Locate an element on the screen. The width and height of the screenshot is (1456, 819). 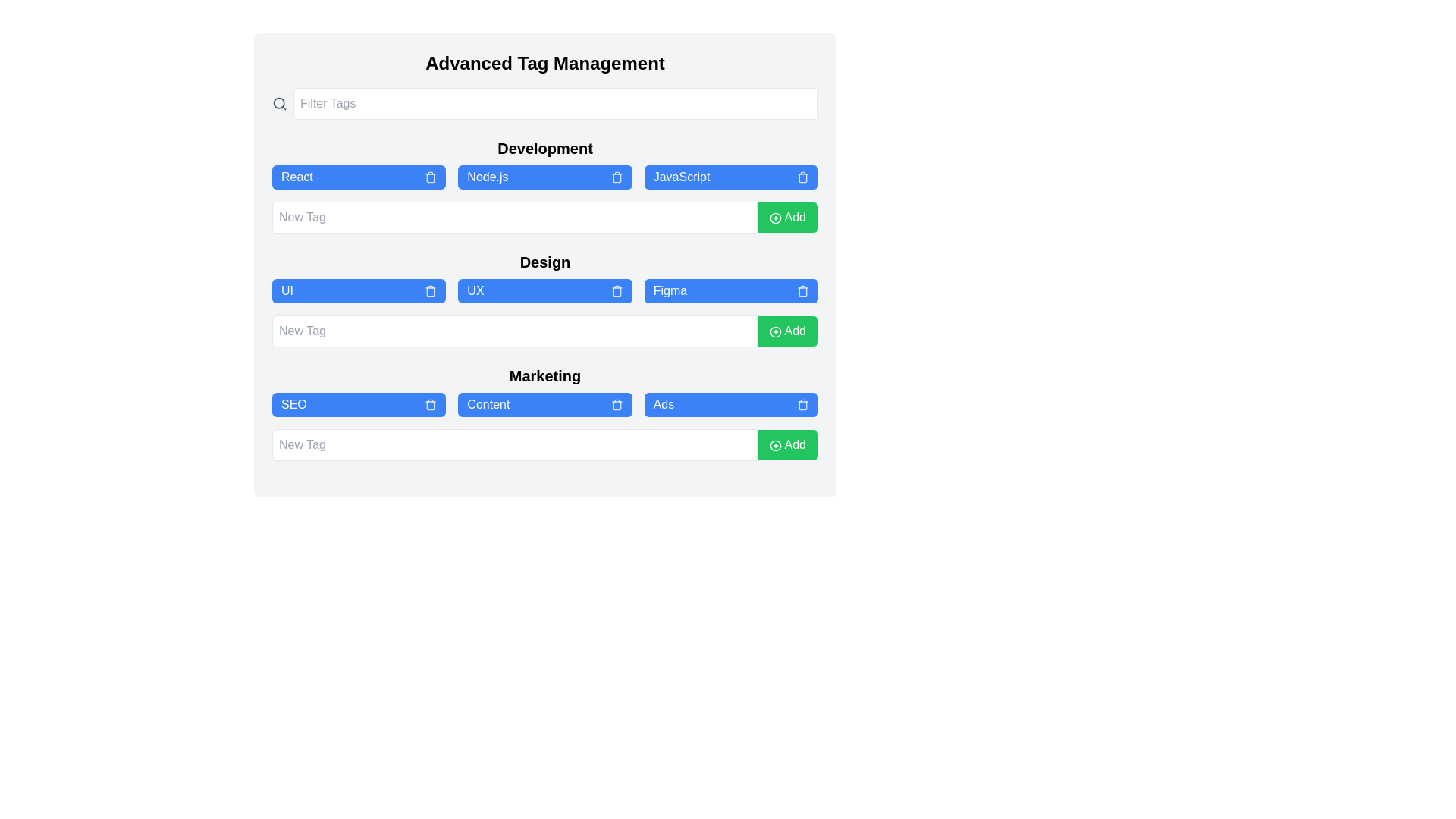
the blue pill-shaped button labeled 'SEO' located is located at coordinates (358, 403).